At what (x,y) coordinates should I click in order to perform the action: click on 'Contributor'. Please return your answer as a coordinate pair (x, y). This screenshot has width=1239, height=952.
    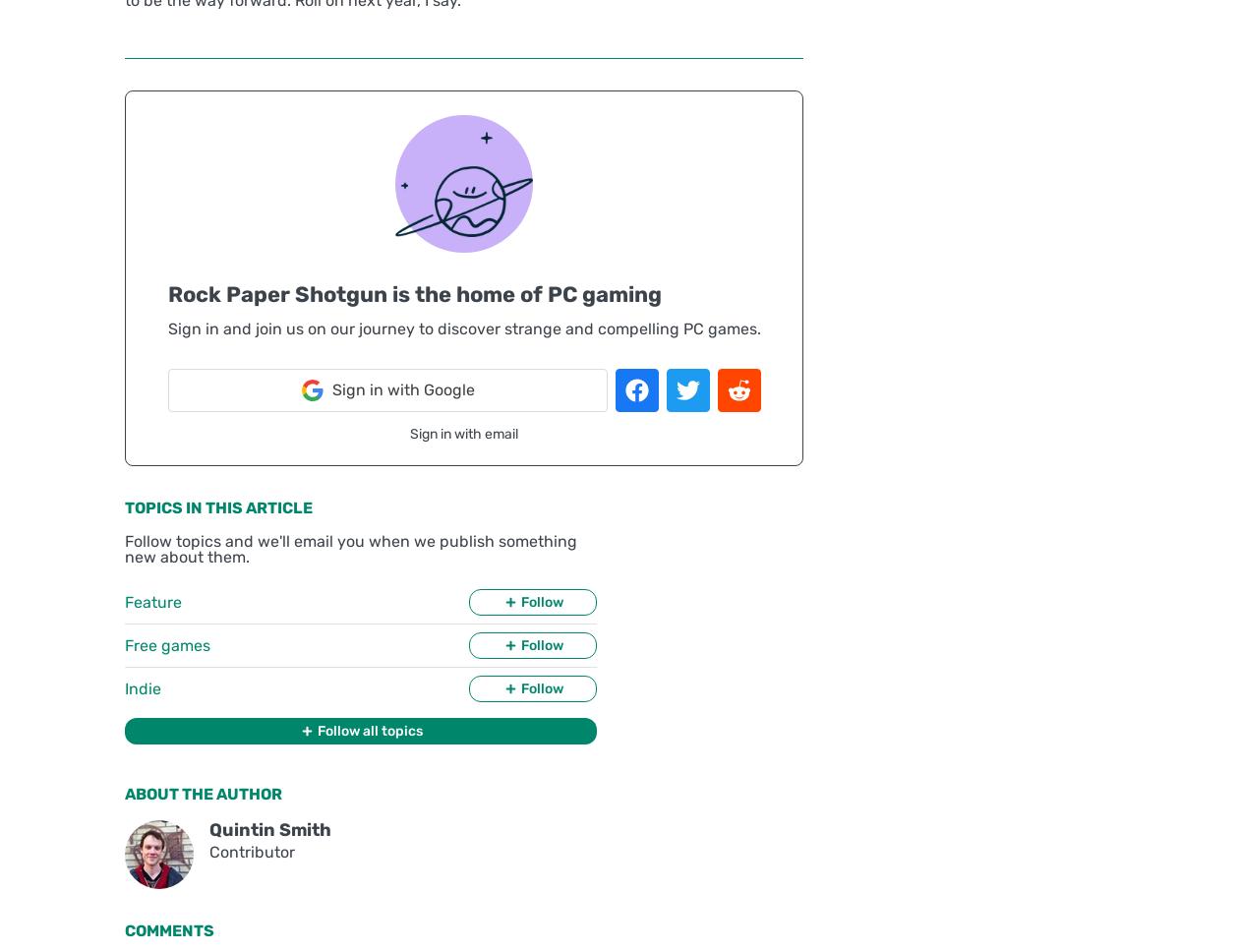
    Looking at the image, I should click on (208, 851).